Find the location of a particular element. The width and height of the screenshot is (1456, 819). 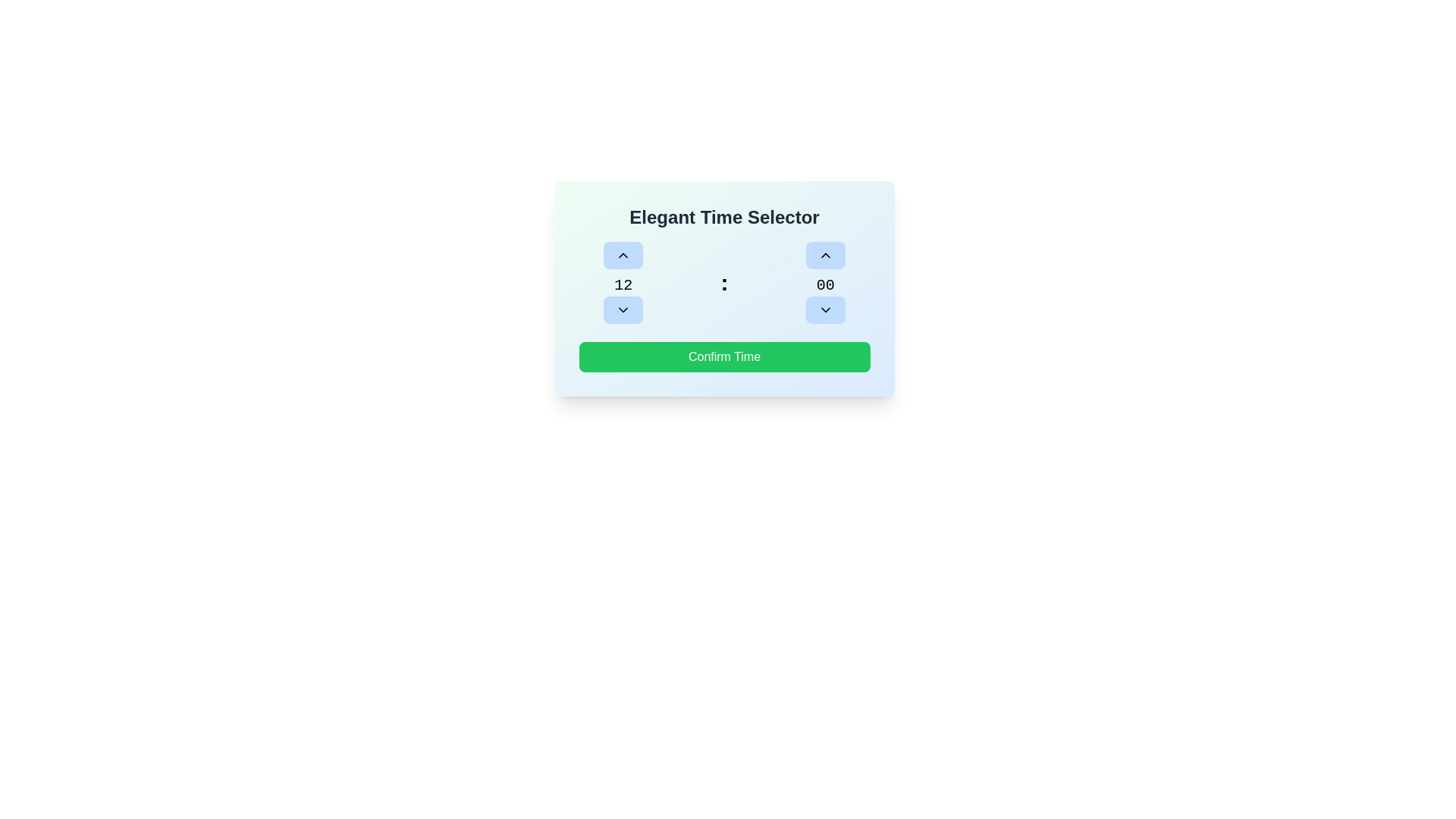

the increment button for hours input in the time selector is located at coordinates (623, 254).